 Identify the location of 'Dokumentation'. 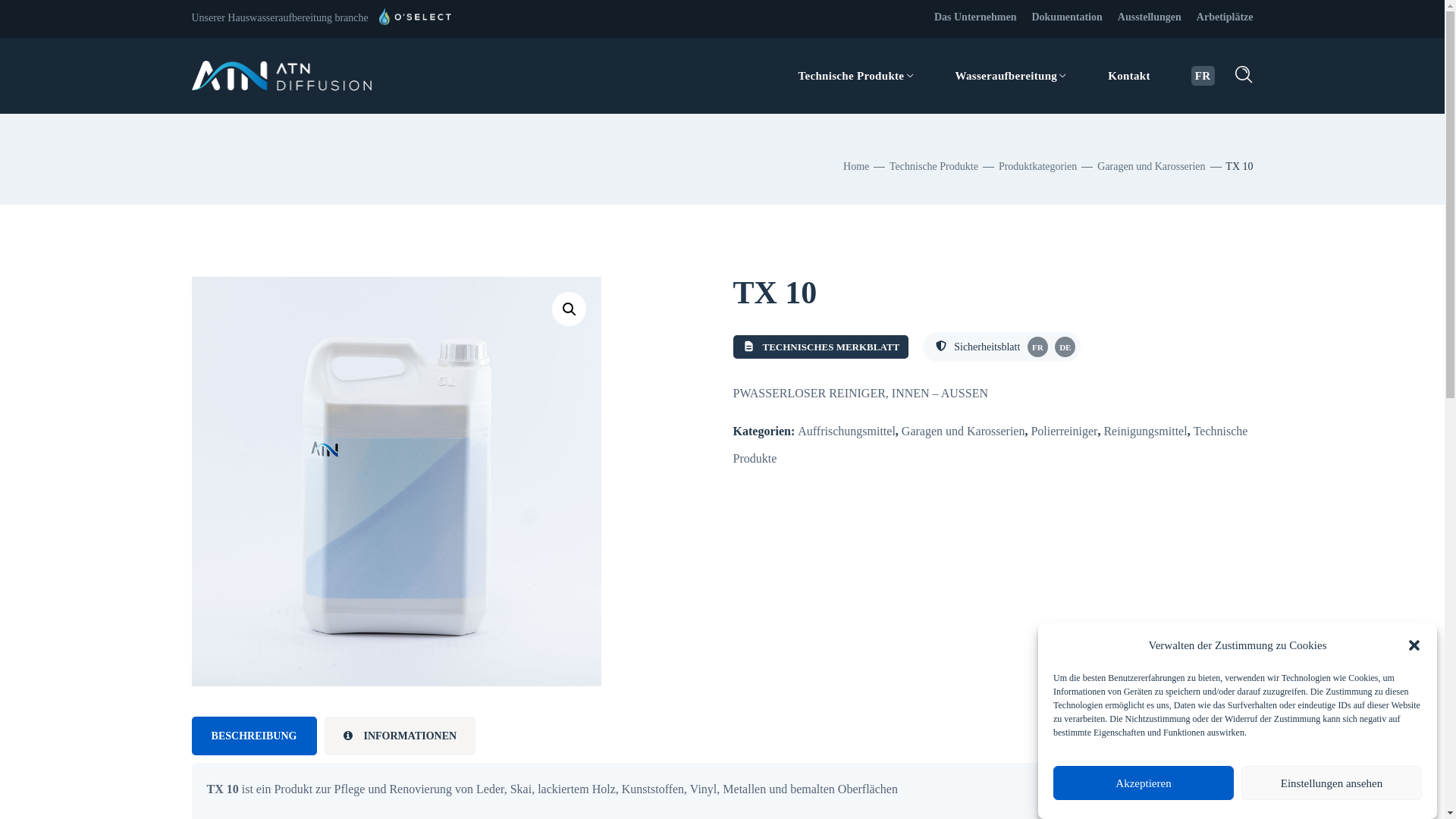
(1065, 17).